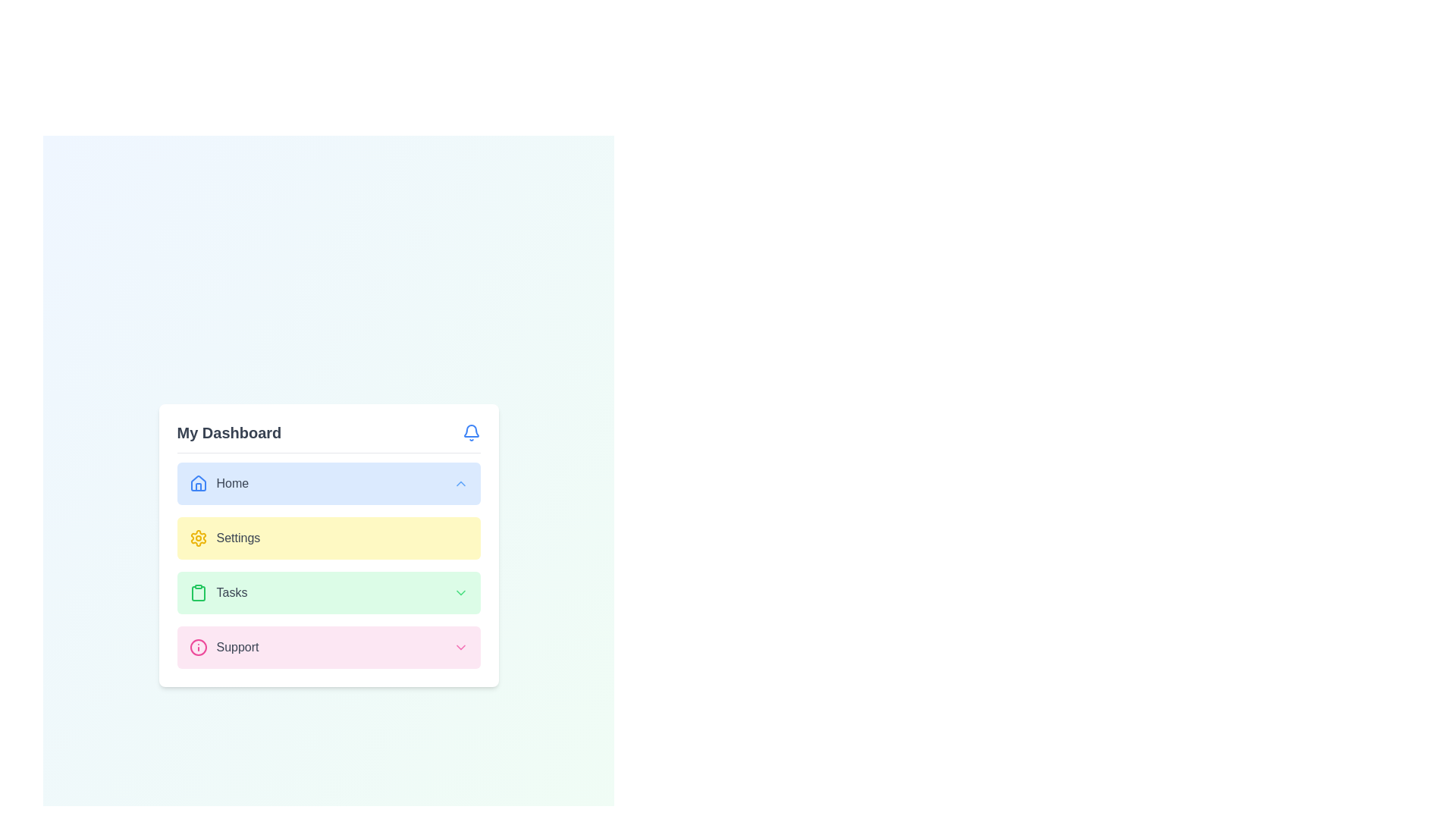 The height and width of the screenshot is (819, 1456). I want to click on the Text label element that is part of a larger interactive list item in the 'My Dashboard' card, which serves as a descriptor for support functionalities, located beneath the 'Tasks' item and next to an information icon, so click(237, 647).